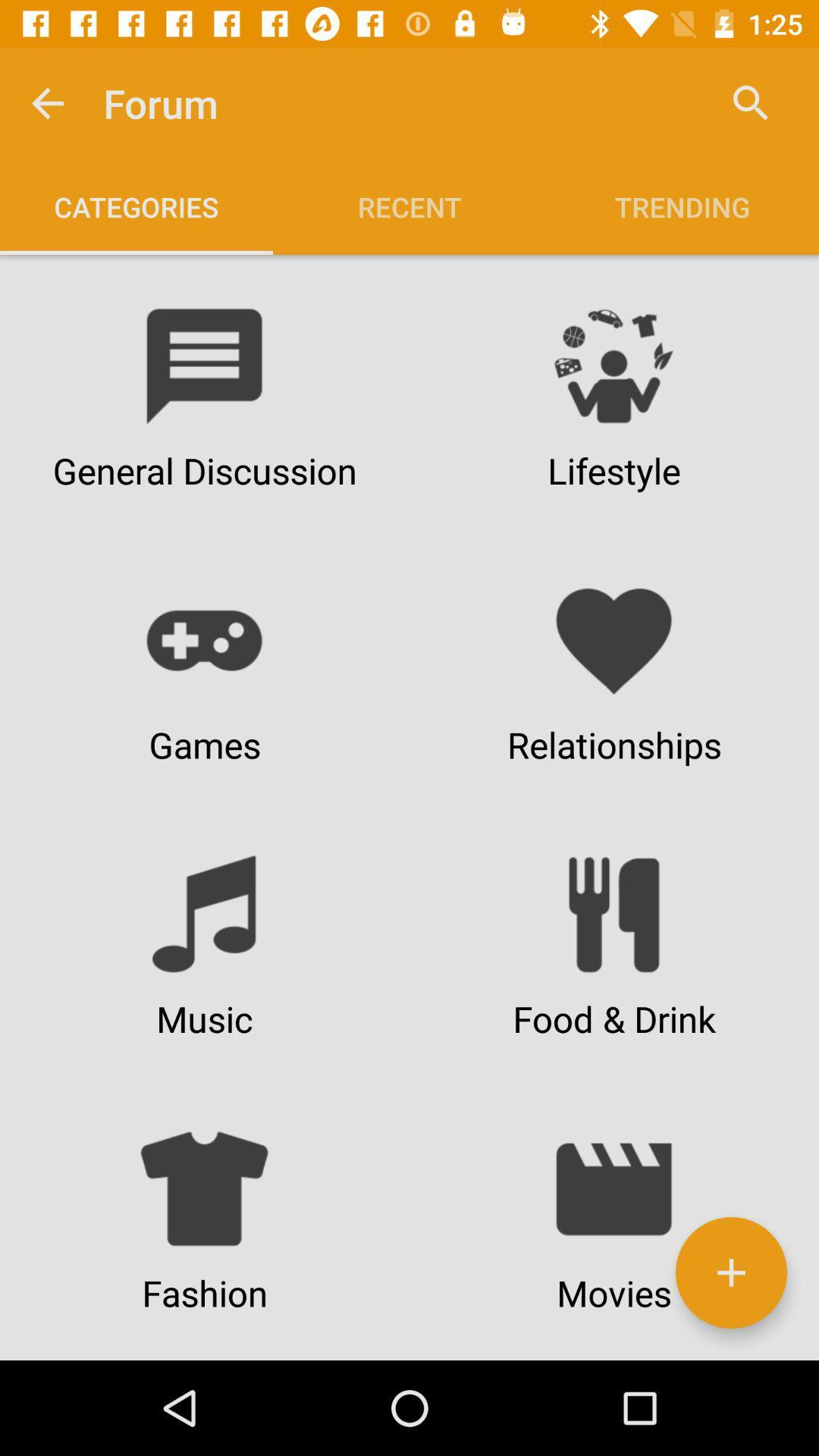  Describe the element at coordinates (730, 1272) in the screenshot. I see `more` at that location.